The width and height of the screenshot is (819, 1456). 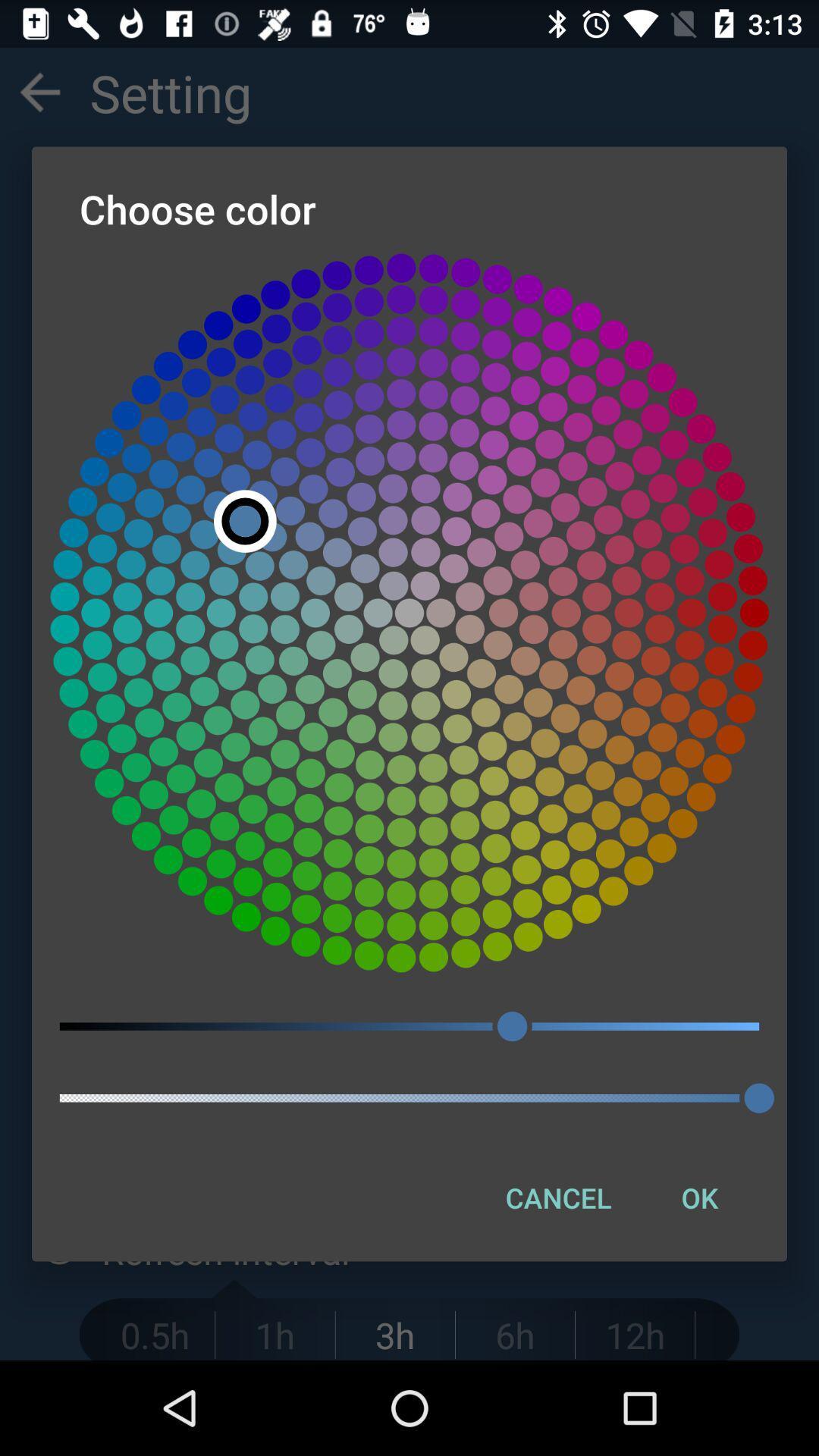 I want to click on item next to cancel, so click(x=699, y=1197).